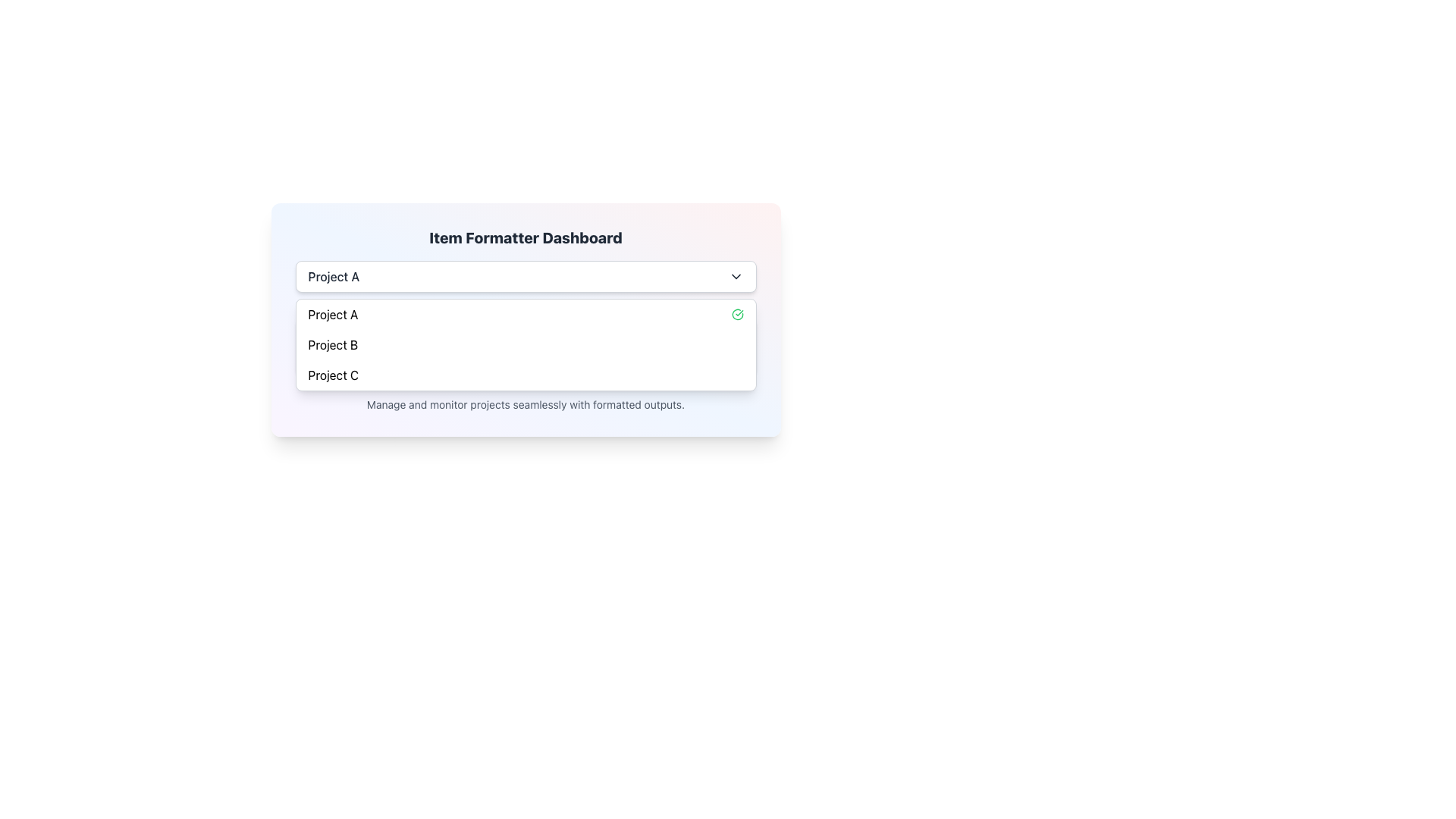 The width and height of the screenshot is (1456, 819). I want to click on the dropdown menu item labeled 'Project C', so click(332, 375).